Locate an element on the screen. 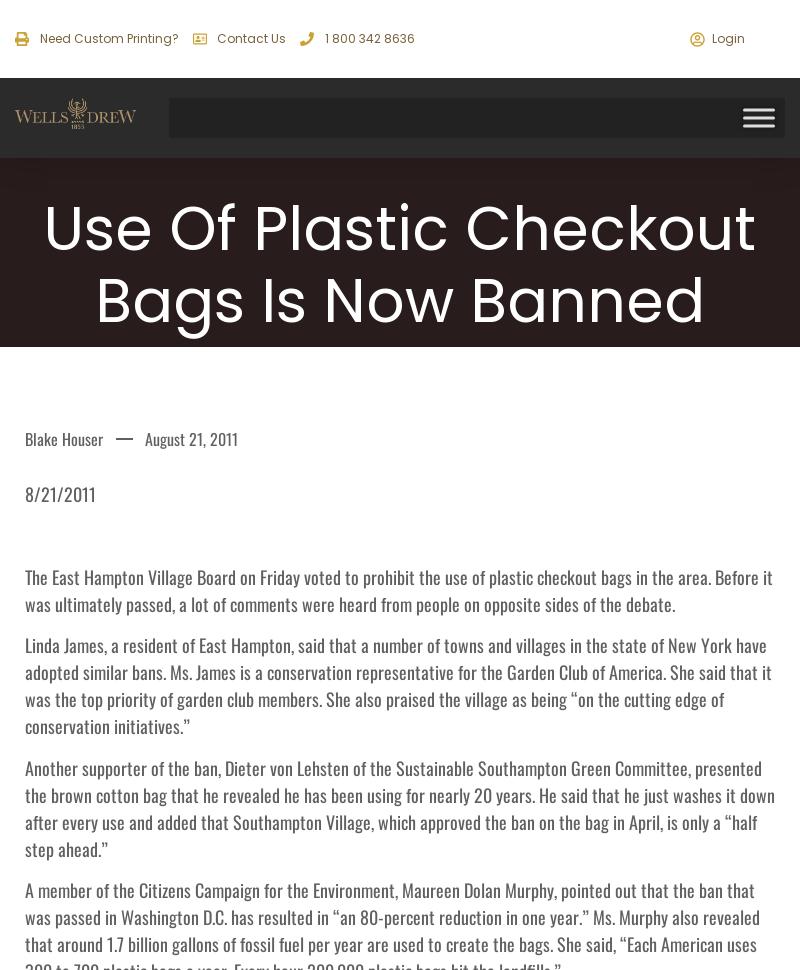 The height and width of the screenshot is (970, 800). 'Need Custom Printing?' is located at coordinates (107, 38).